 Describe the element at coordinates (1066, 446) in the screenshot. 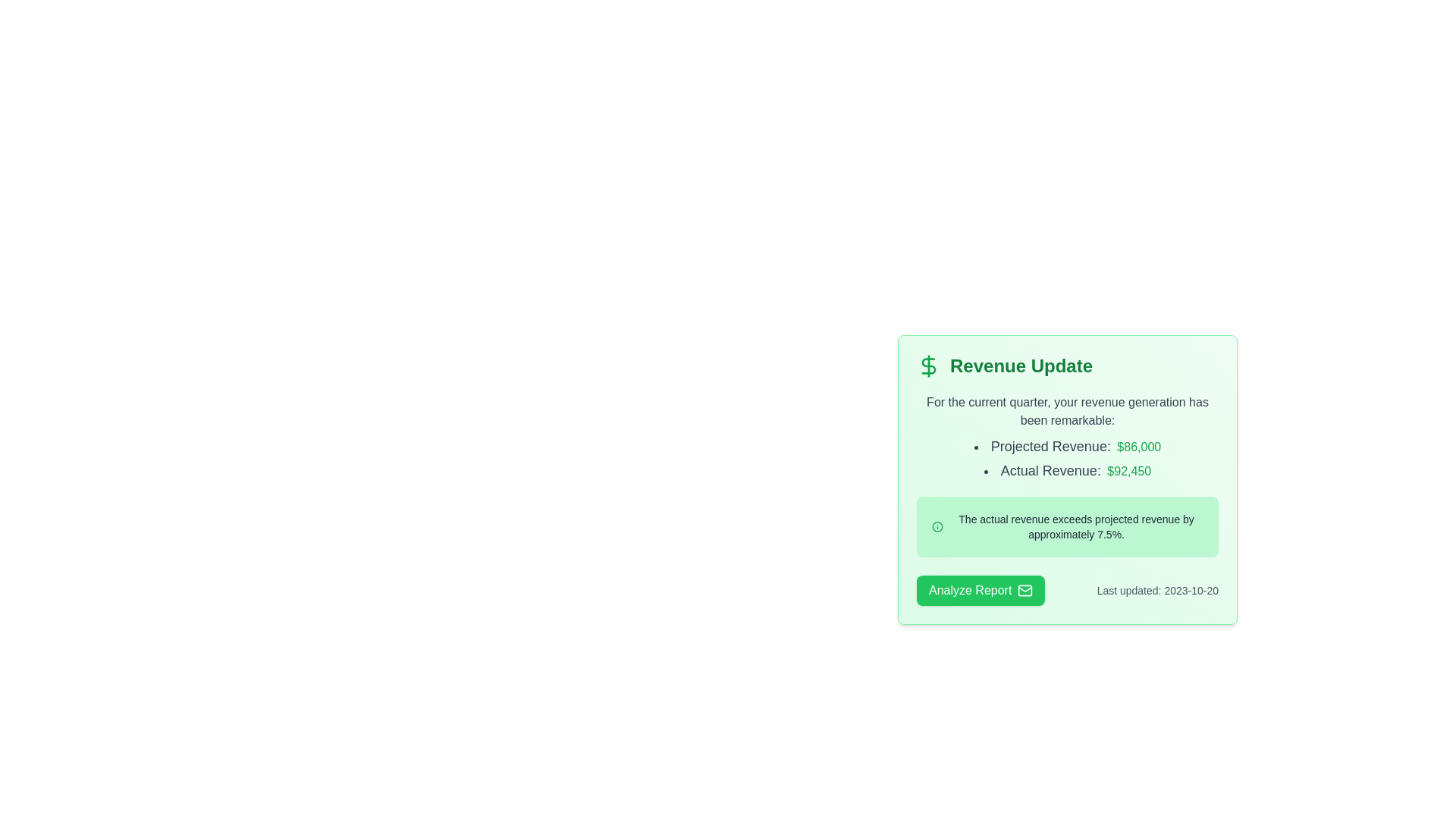

I see `displayed text of the Text Label showing 'Projected Revenue: $86,000', which is the first item in the bullet-point list under the 'Revenue Update' section` at that location.